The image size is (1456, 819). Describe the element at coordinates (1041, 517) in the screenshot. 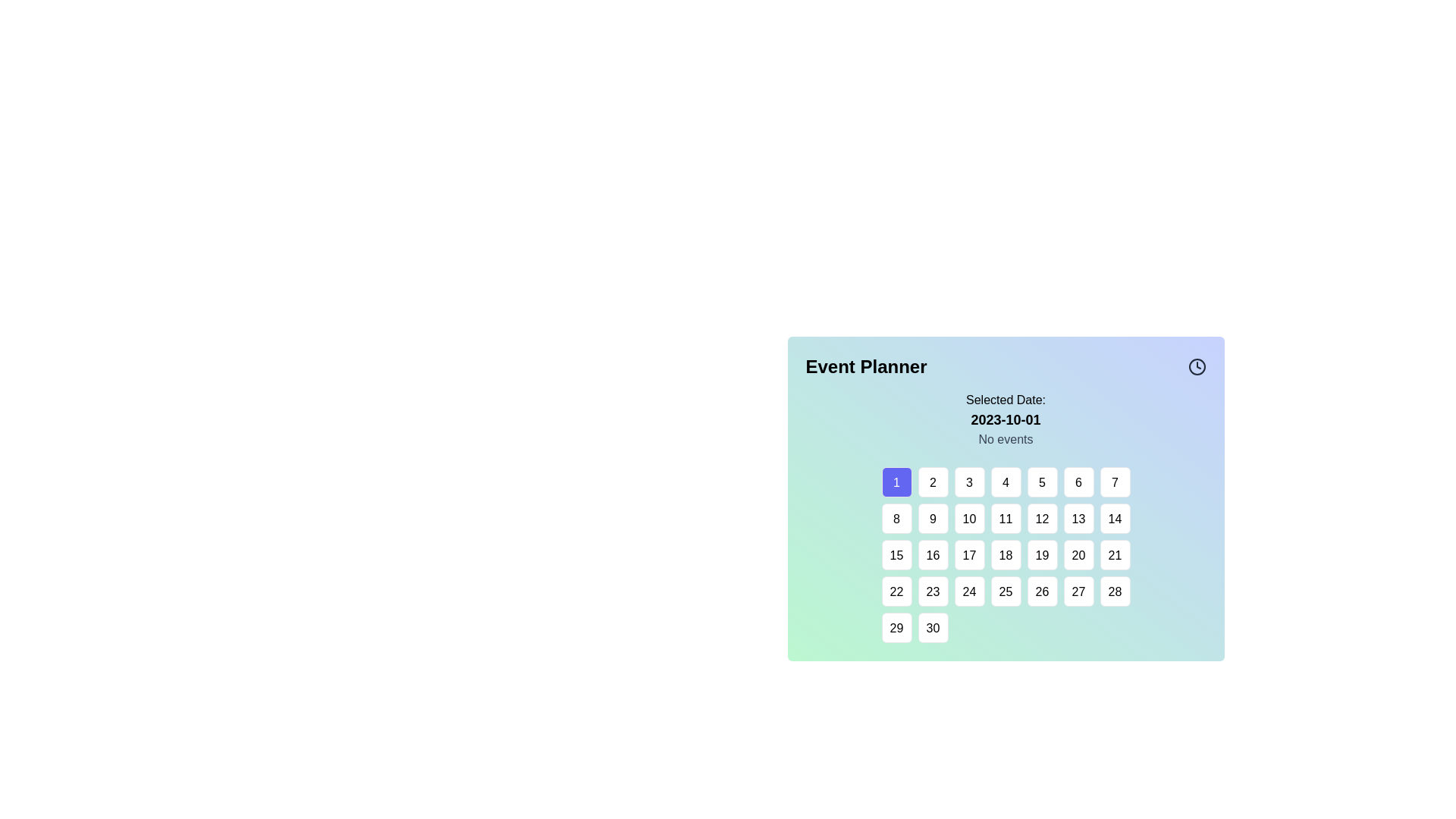

I see `the rectangular button displaying the number '12' in the calendar grid` at that location.